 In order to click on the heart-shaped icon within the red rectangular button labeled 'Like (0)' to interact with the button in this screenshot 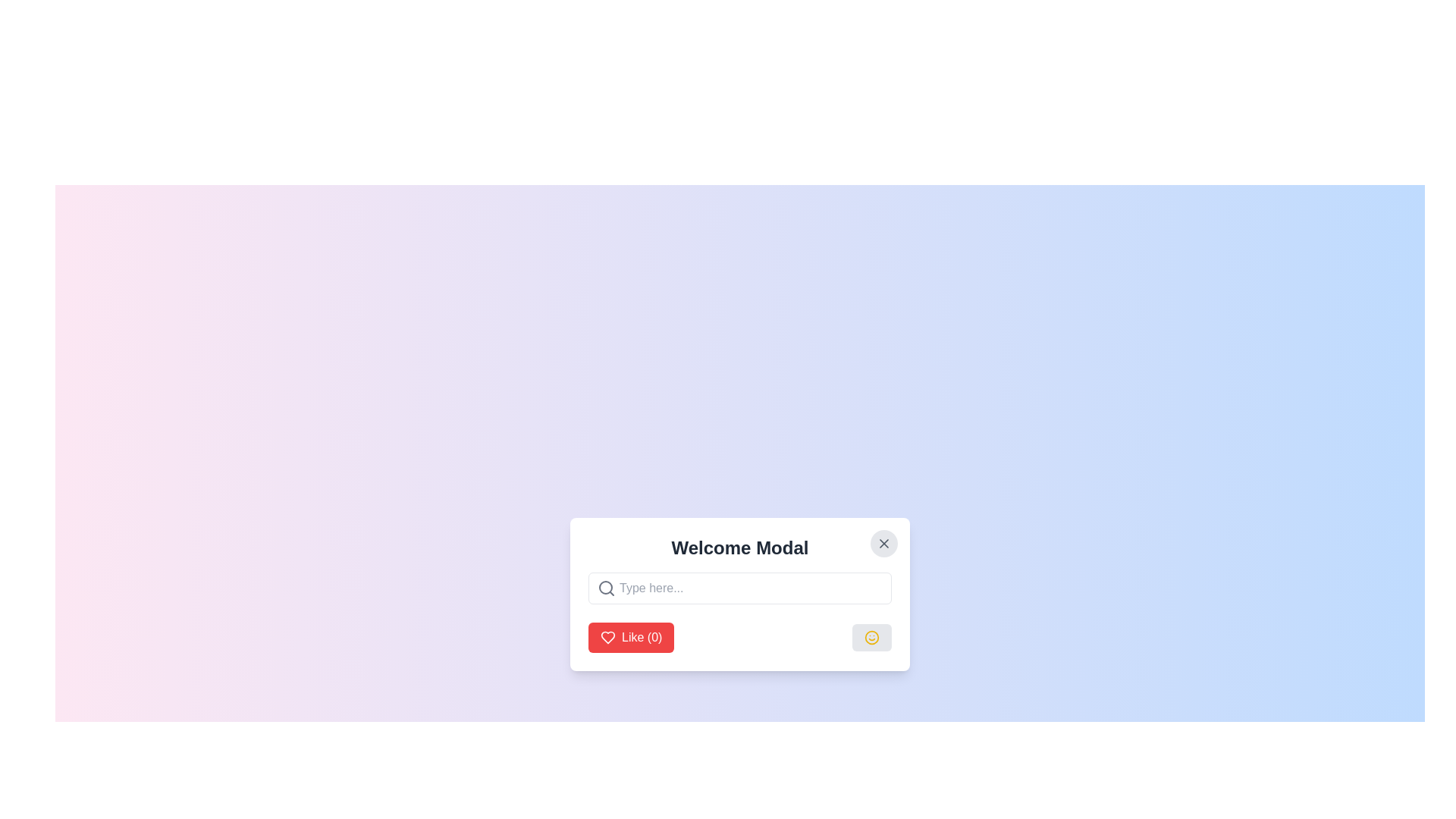, I will do `click(607, 637)`.